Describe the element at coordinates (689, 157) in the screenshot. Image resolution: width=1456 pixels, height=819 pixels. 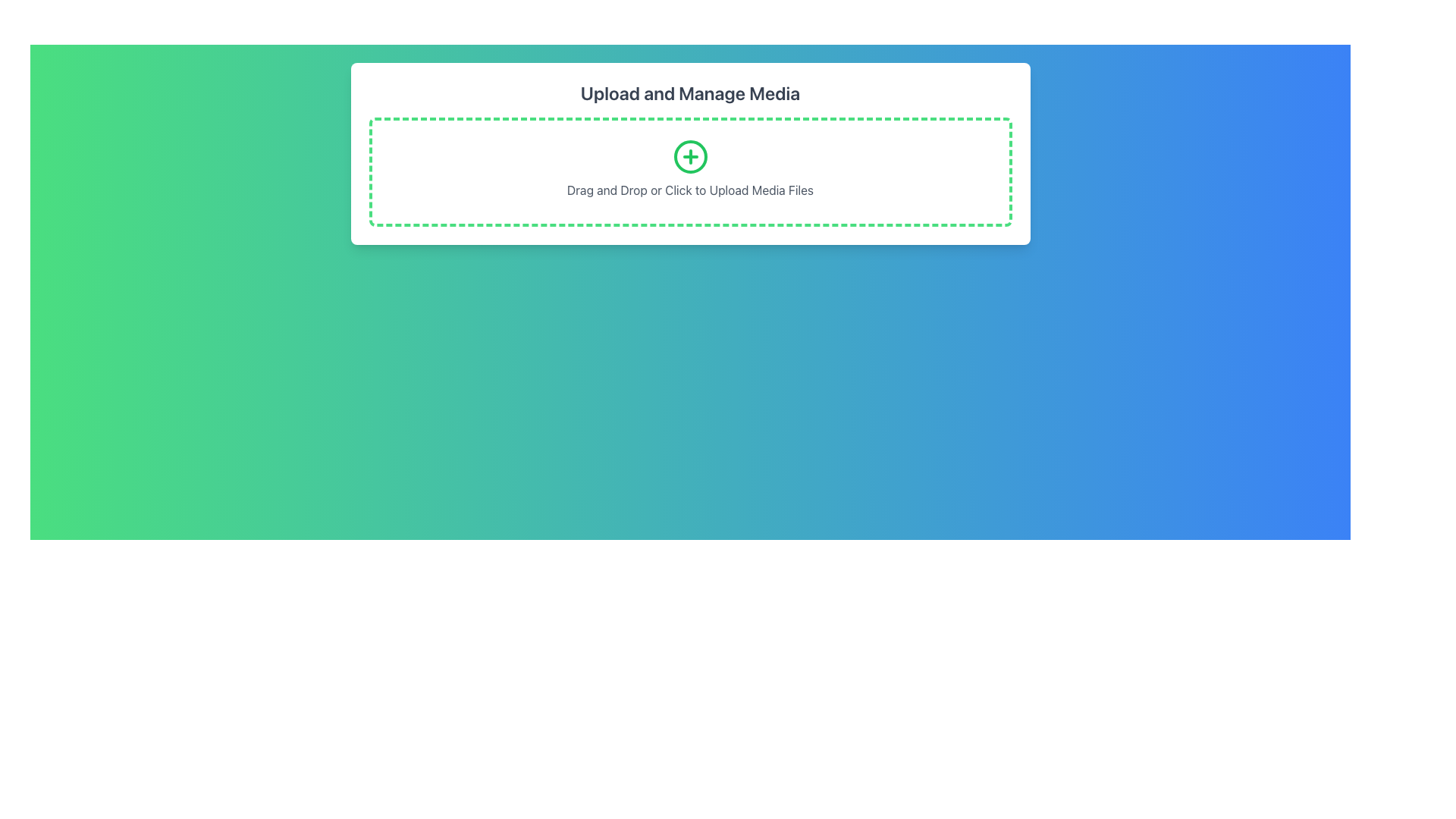
I see `the circular green outlined icon with a plus symbol (+) in its center to initiate the upload process` at that location.